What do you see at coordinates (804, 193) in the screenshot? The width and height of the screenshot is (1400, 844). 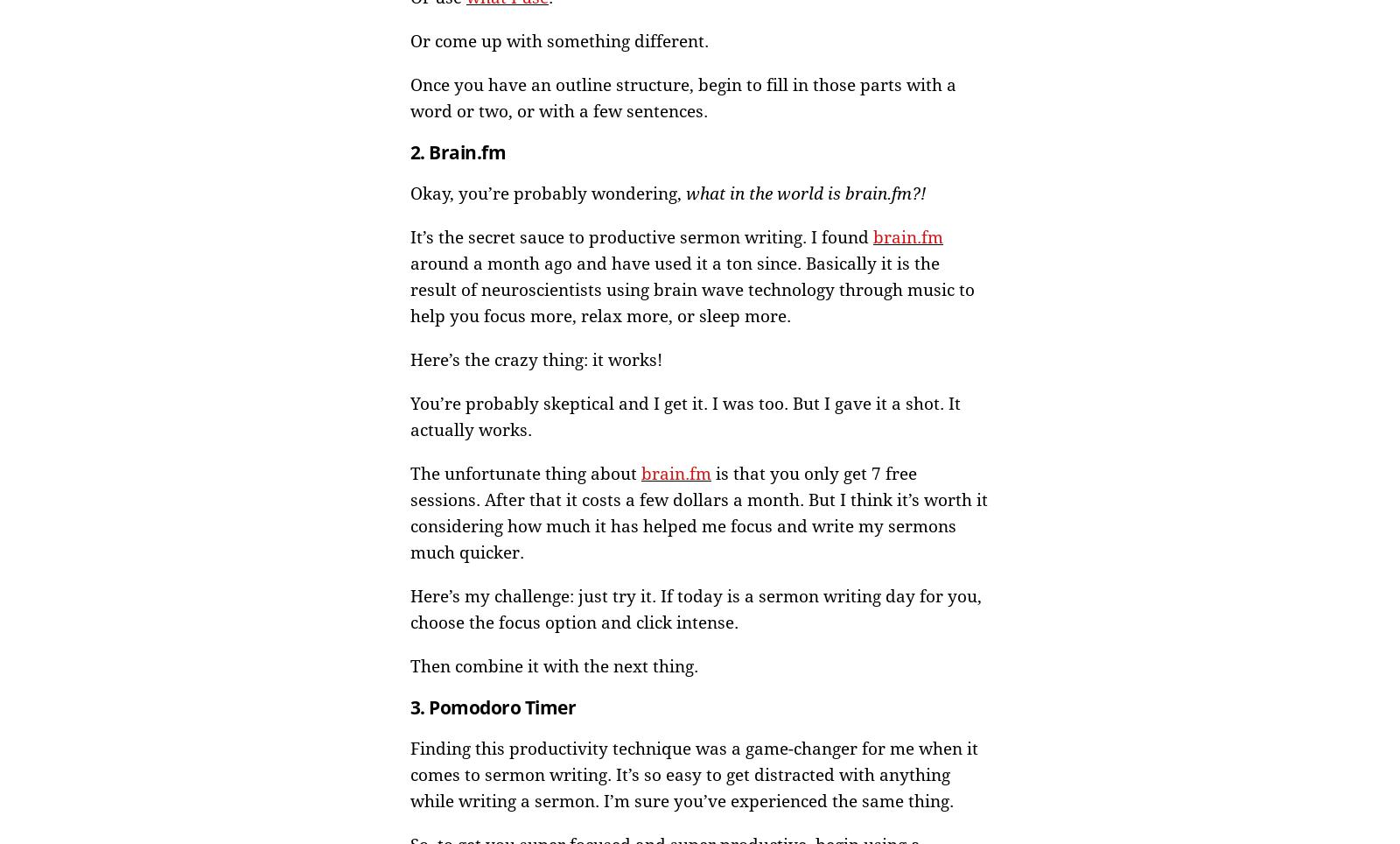 I see `'what in the world is brain.fm?!'` at bounding box center [804, 193].